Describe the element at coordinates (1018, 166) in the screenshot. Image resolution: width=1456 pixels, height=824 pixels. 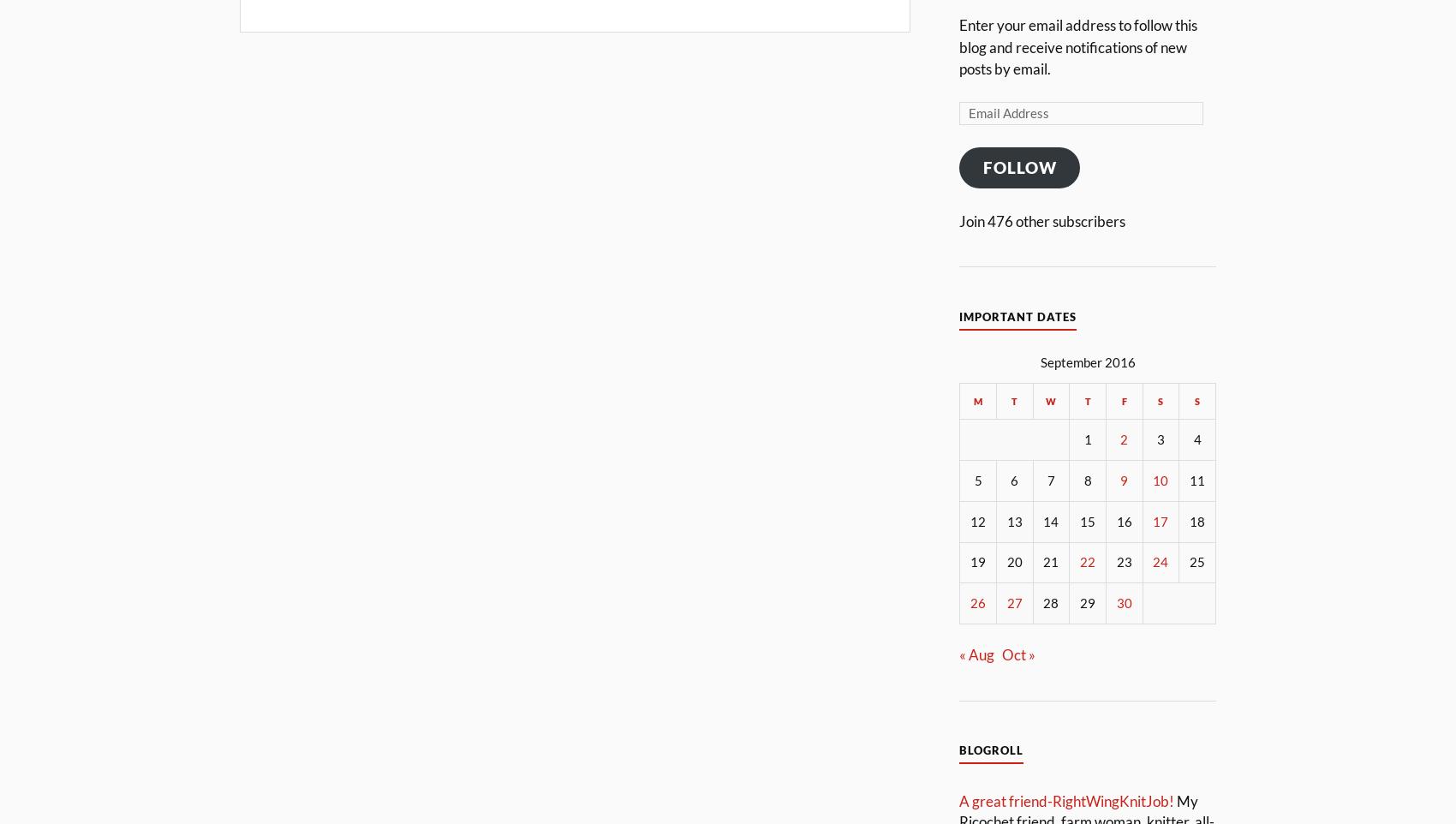
I see `'Follow'` at that location.